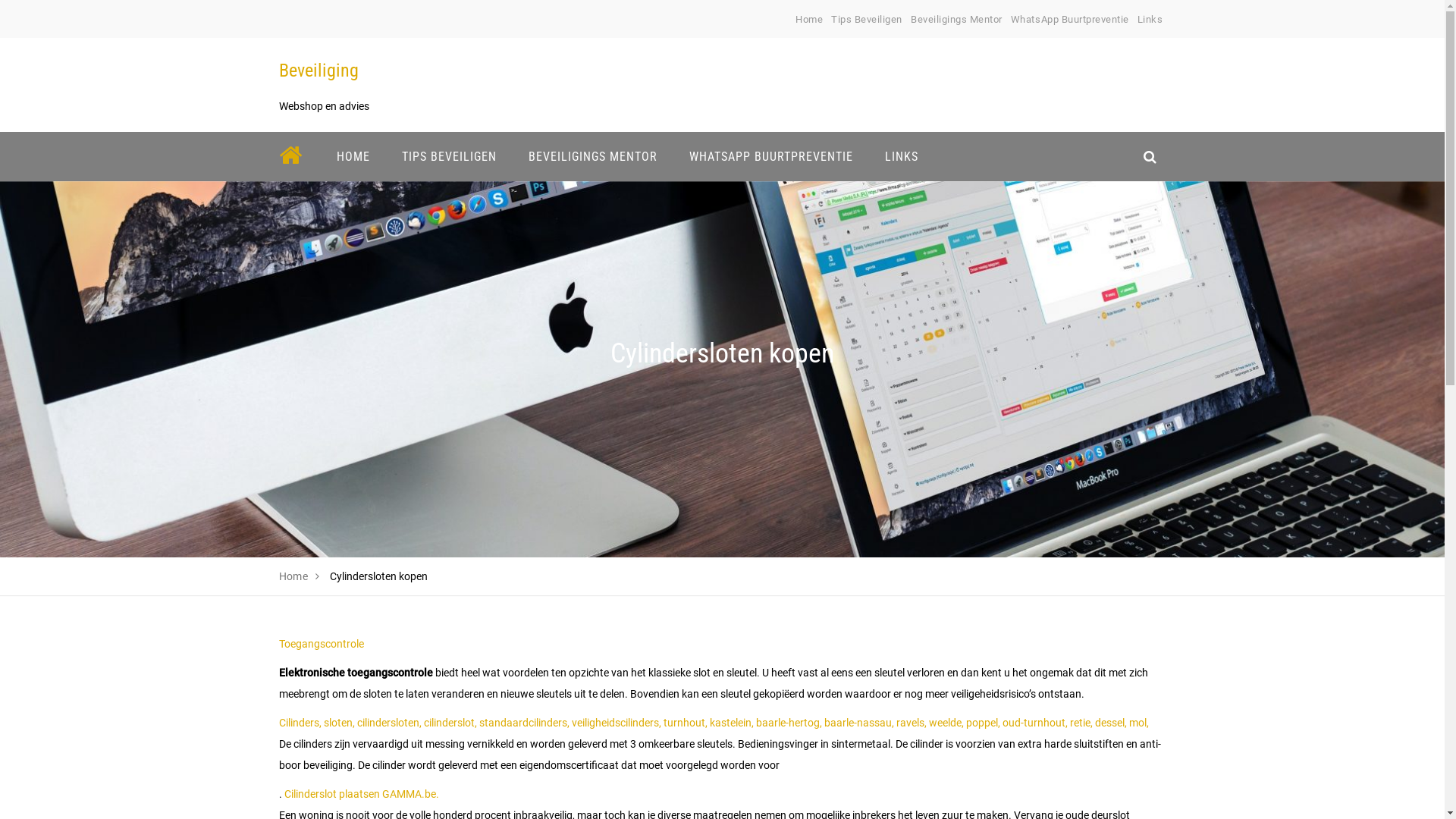 Image resolution: width=1456 pixels, height=819 pixels. I want to click on 'Beveiliging', so click(318, 70).